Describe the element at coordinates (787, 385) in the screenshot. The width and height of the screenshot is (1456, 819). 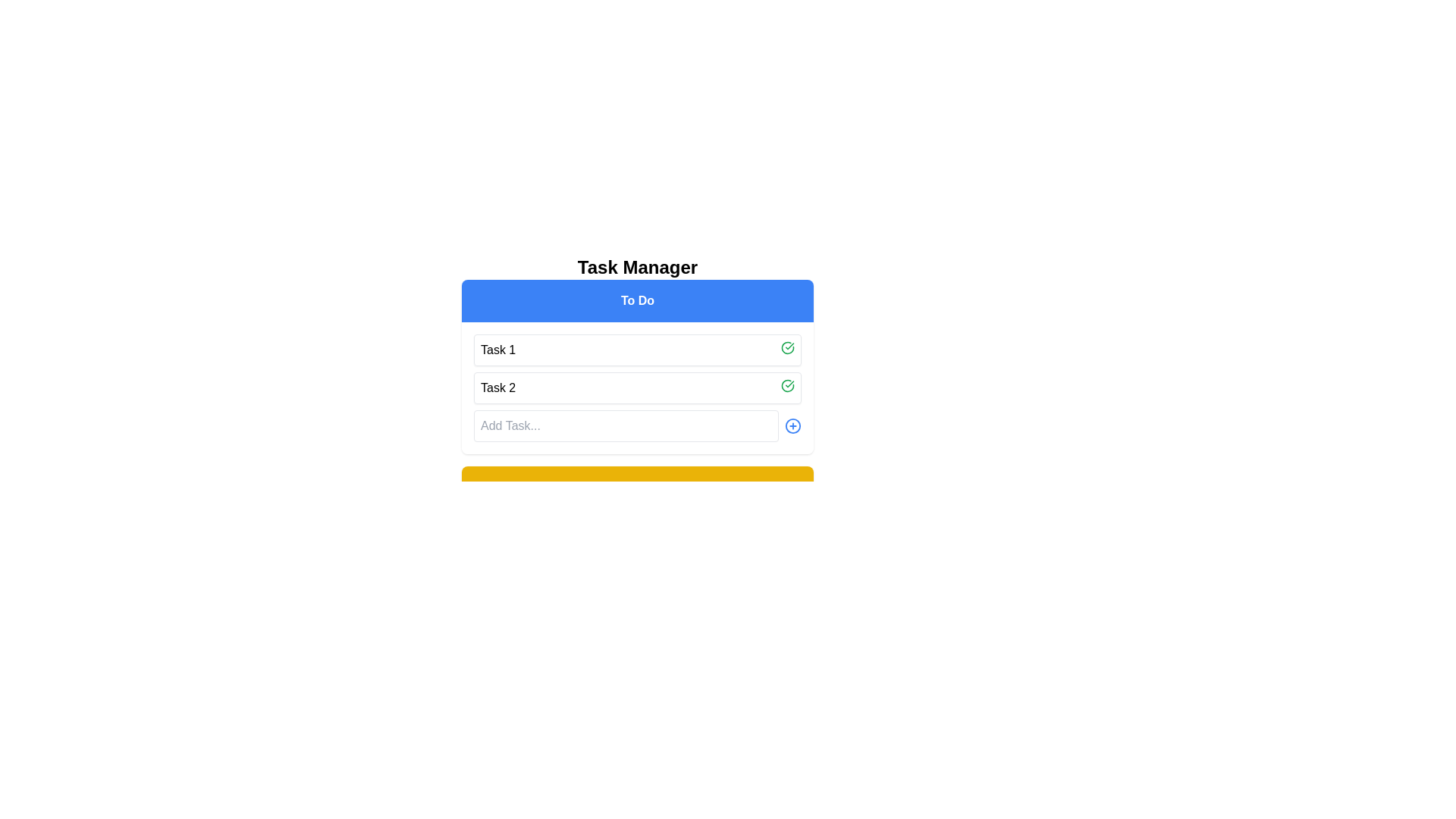
I see `the completion status icon for 'Task 2' located on the right side of the task label in the task management interface` at that location.